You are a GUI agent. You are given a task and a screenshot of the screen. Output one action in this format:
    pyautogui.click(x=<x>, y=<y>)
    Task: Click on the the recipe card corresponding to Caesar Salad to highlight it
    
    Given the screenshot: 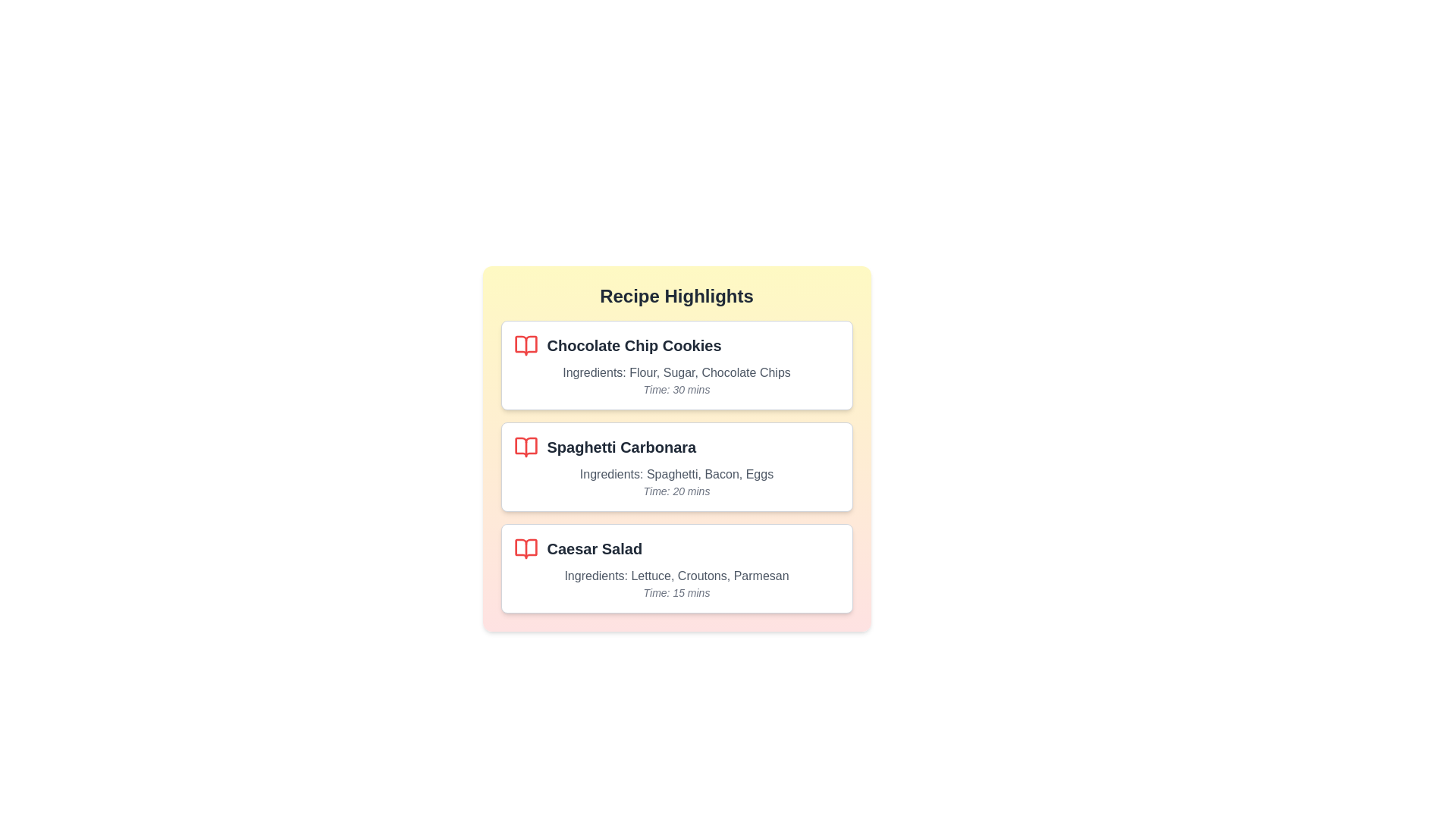 What is the action you would take?
    pyautogui.click(x=676, y=568)
    